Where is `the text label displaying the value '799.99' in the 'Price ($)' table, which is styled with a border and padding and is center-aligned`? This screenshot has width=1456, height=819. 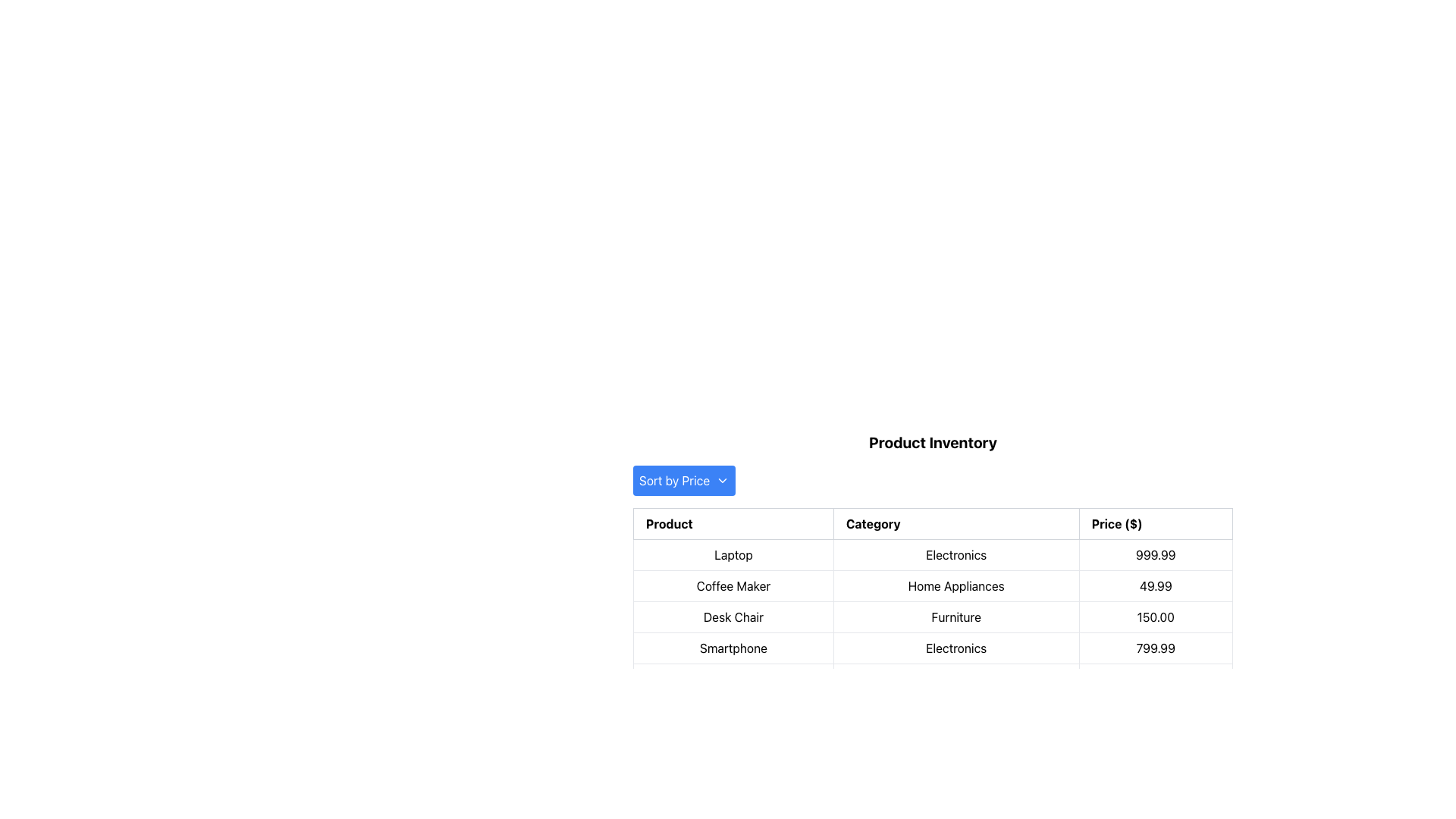
the text label displaying the value '799.99' in the 'Price ($)' table, which is styled with a border and padding and is center-aligned is located at coordinates (1155, 648).